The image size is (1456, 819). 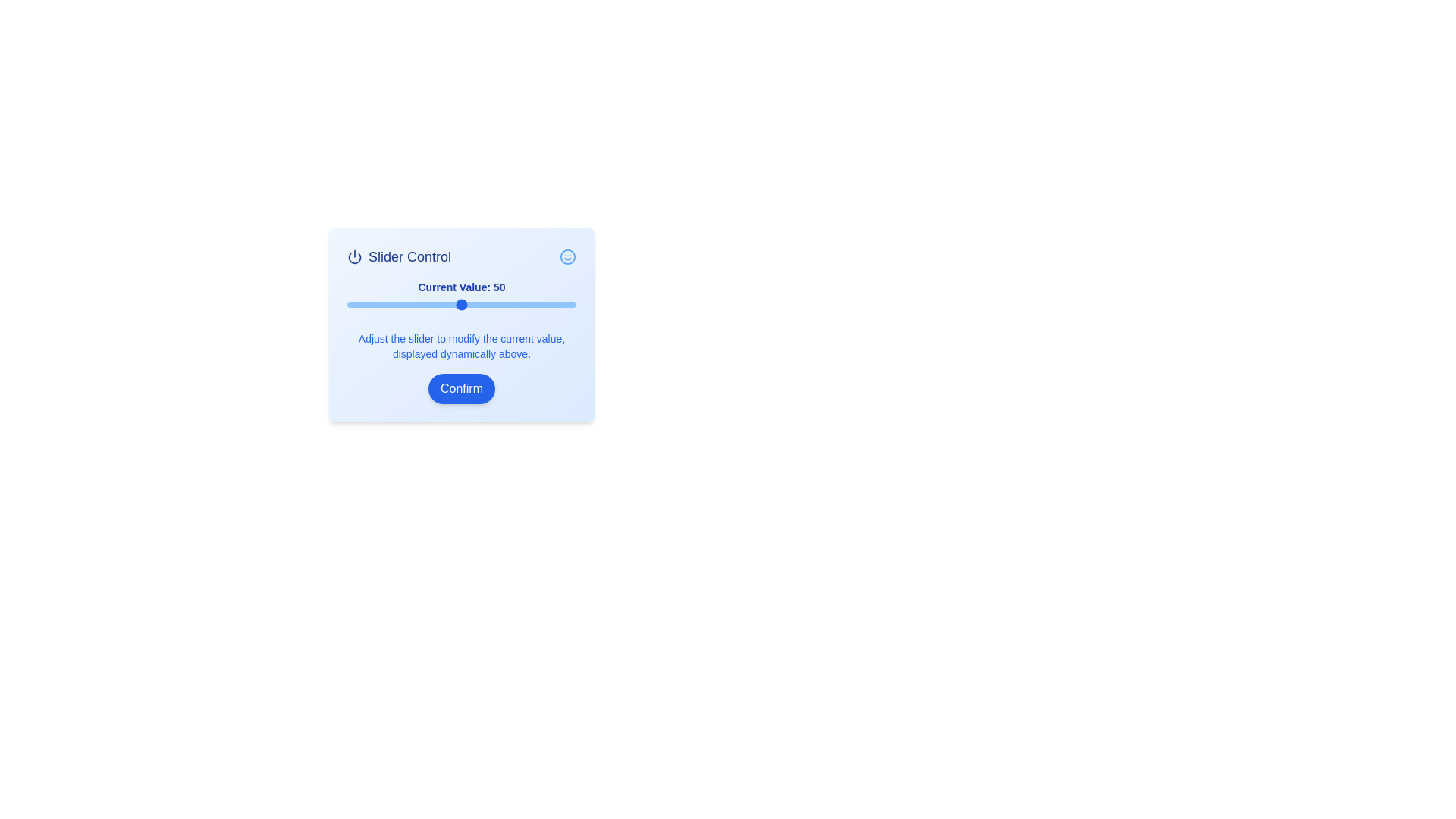 What do you see at coordinates (557, 304) in the screenshot?
I see `the slider's value` at bounding box center [557, 304].